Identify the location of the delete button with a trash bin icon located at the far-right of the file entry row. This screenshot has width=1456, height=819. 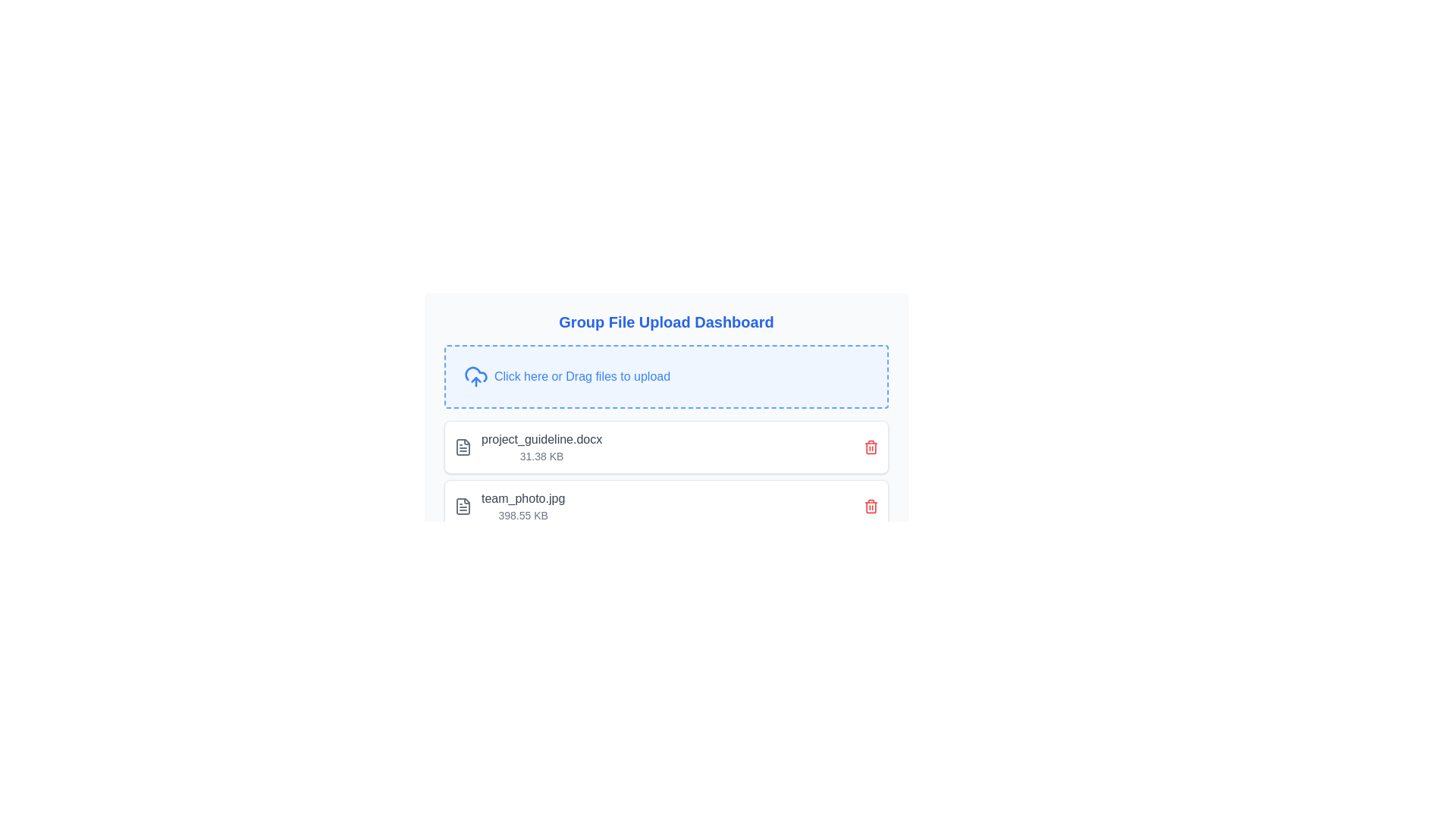
(871, 447).